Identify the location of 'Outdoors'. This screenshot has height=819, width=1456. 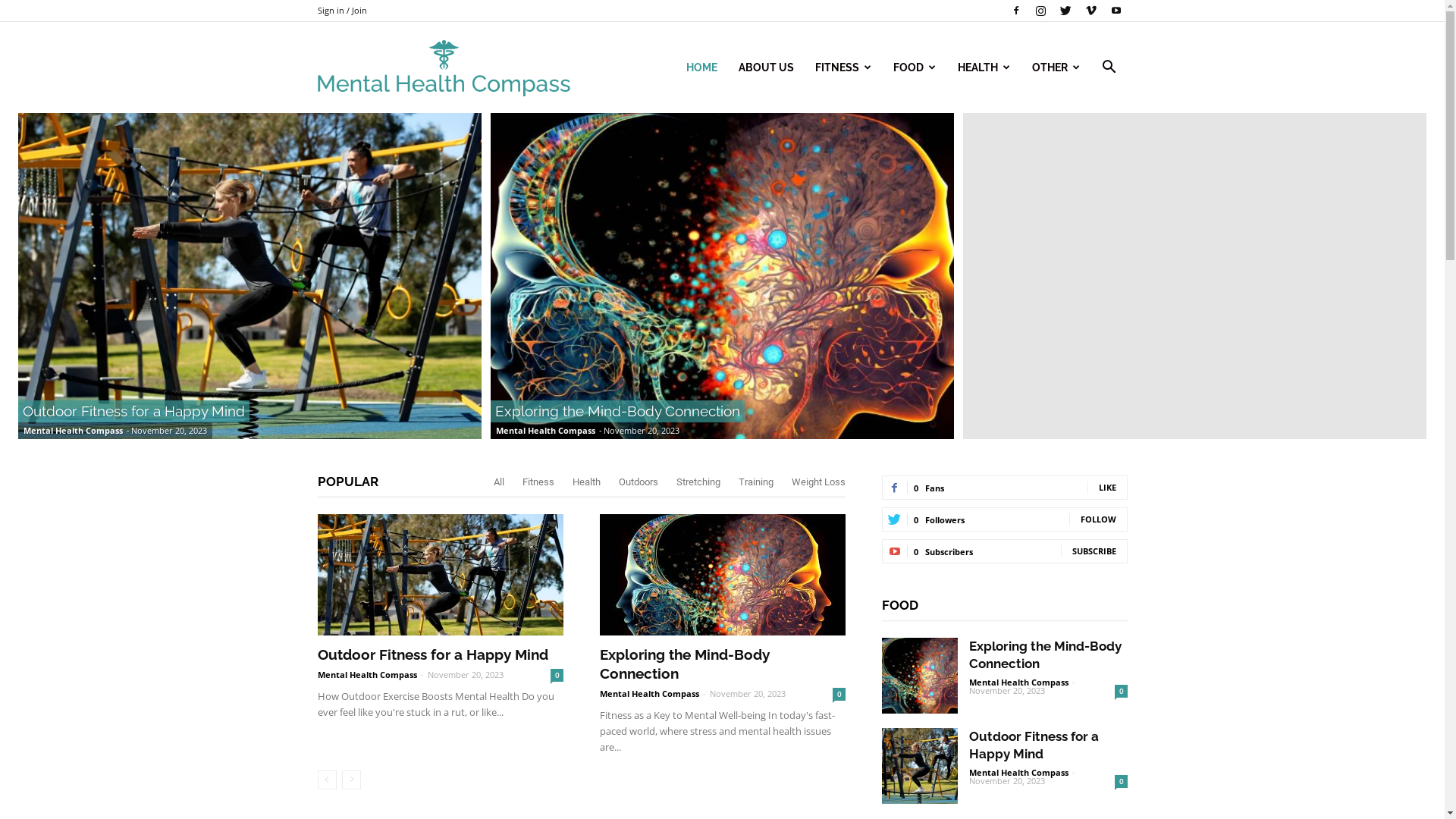
(638, 482).